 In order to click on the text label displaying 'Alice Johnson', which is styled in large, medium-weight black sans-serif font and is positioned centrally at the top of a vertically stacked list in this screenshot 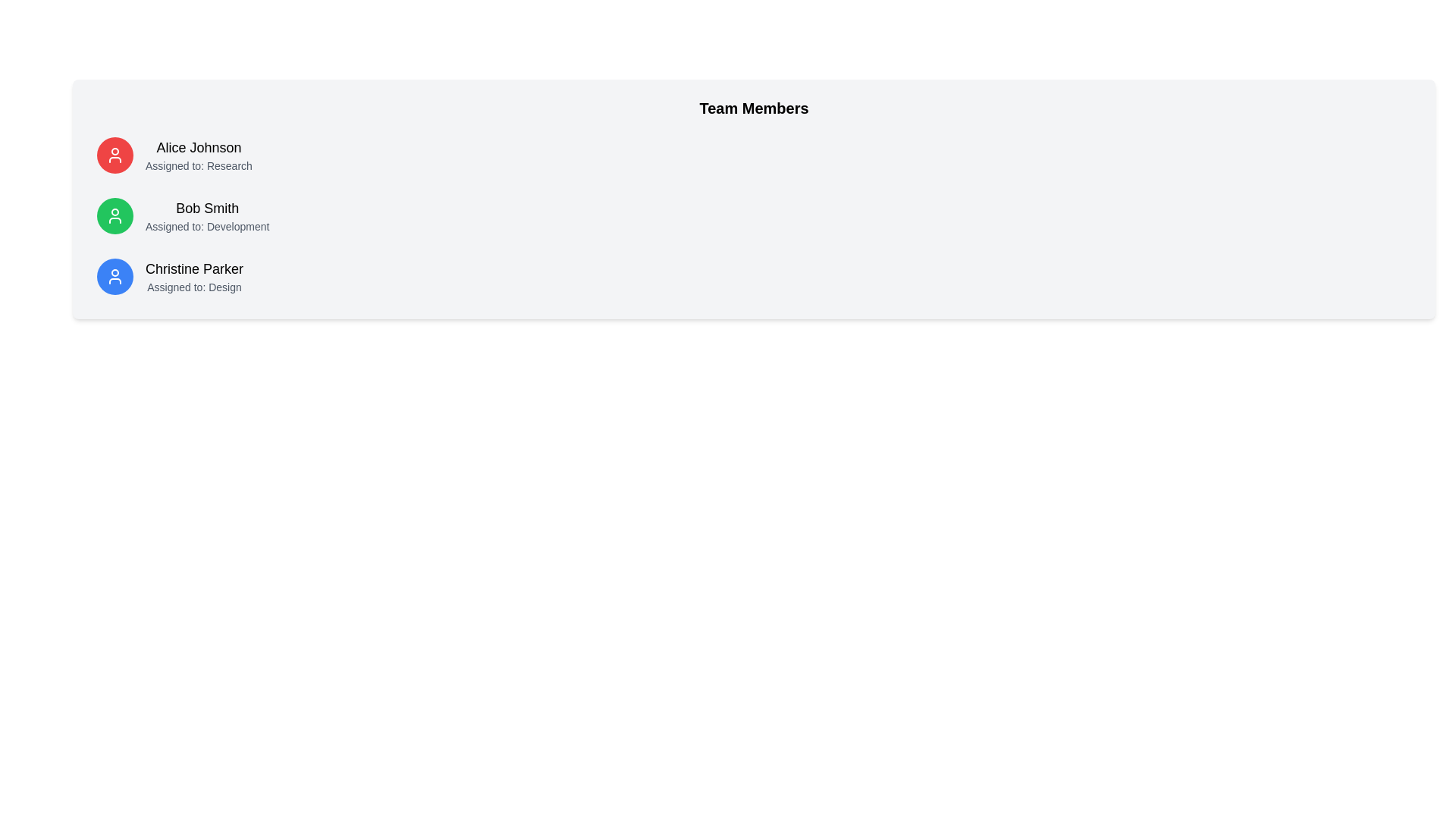, I will do `click(198, 148)`.